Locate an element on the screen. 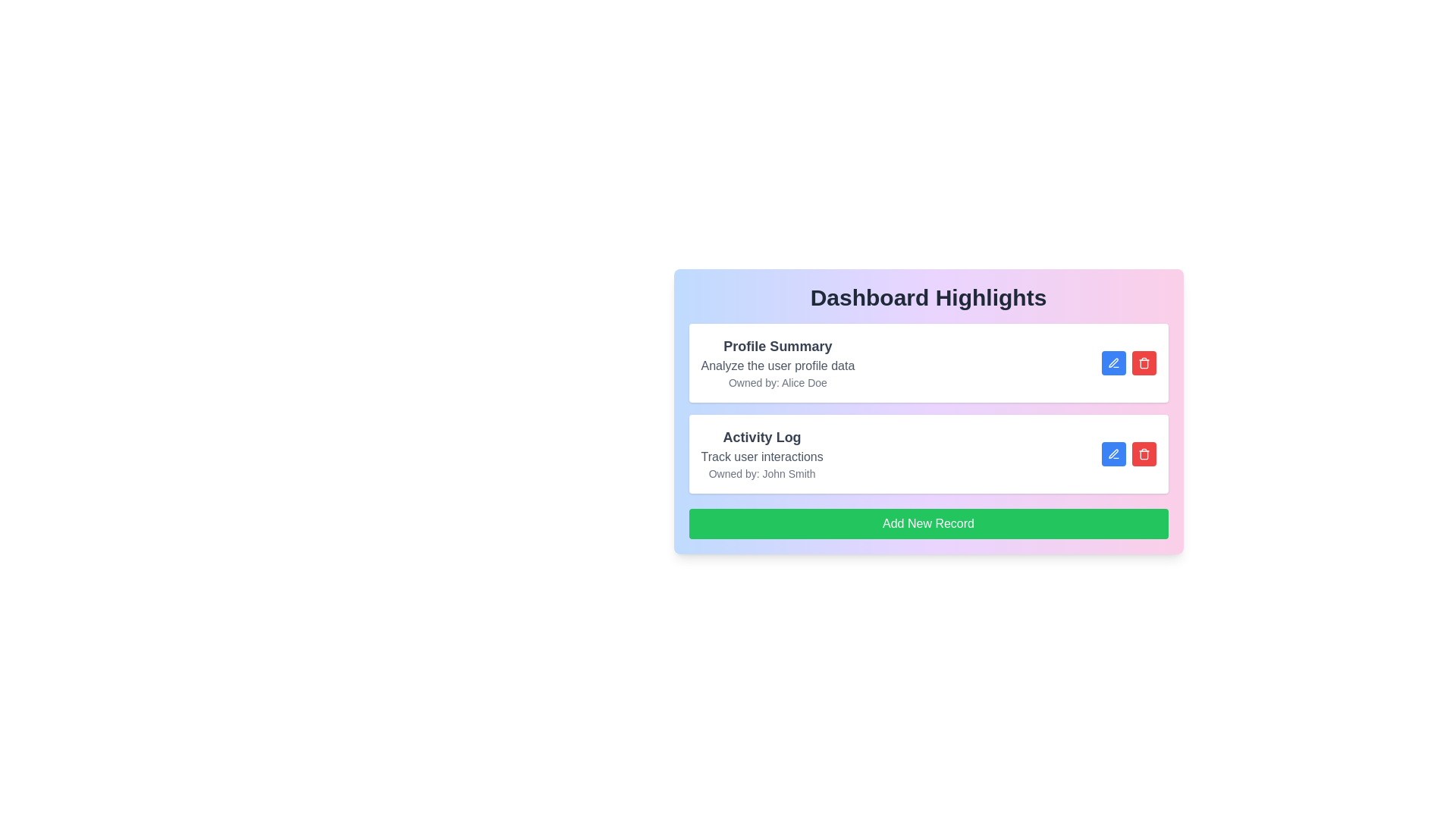  the 'Profile Summary' text label, which is bold and grayish-blue, located at the top-left corner of its card-like structure within the white background area is located at coordinates (777, 346).